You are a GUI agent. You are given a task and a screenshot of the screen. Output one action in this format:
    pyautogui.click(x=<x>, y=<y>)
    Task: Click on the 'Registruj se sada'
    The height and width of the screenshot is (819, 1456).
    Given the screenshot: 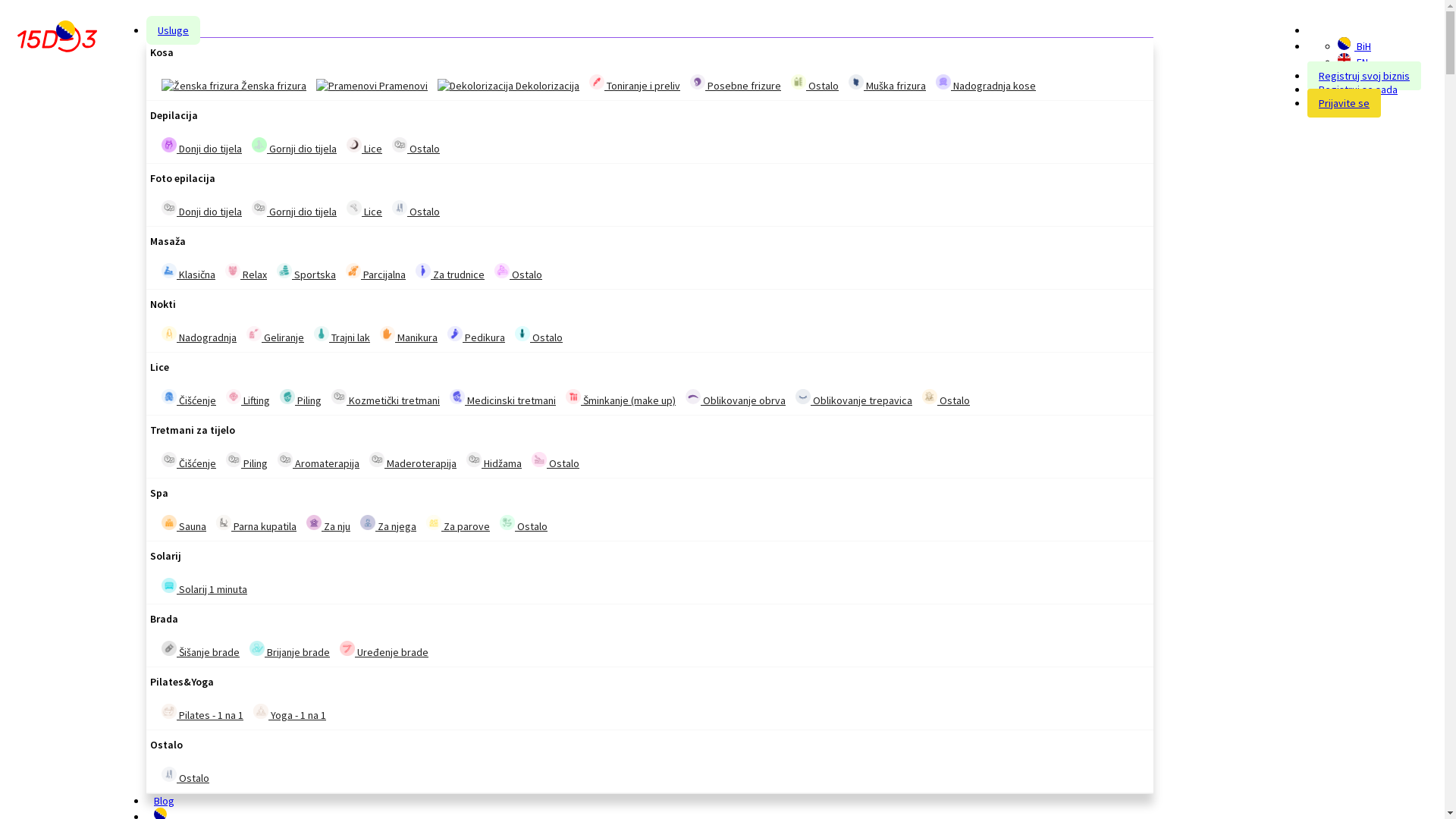 What is the action you would take?
    pyautogui.click(x=1357, y=89)
    